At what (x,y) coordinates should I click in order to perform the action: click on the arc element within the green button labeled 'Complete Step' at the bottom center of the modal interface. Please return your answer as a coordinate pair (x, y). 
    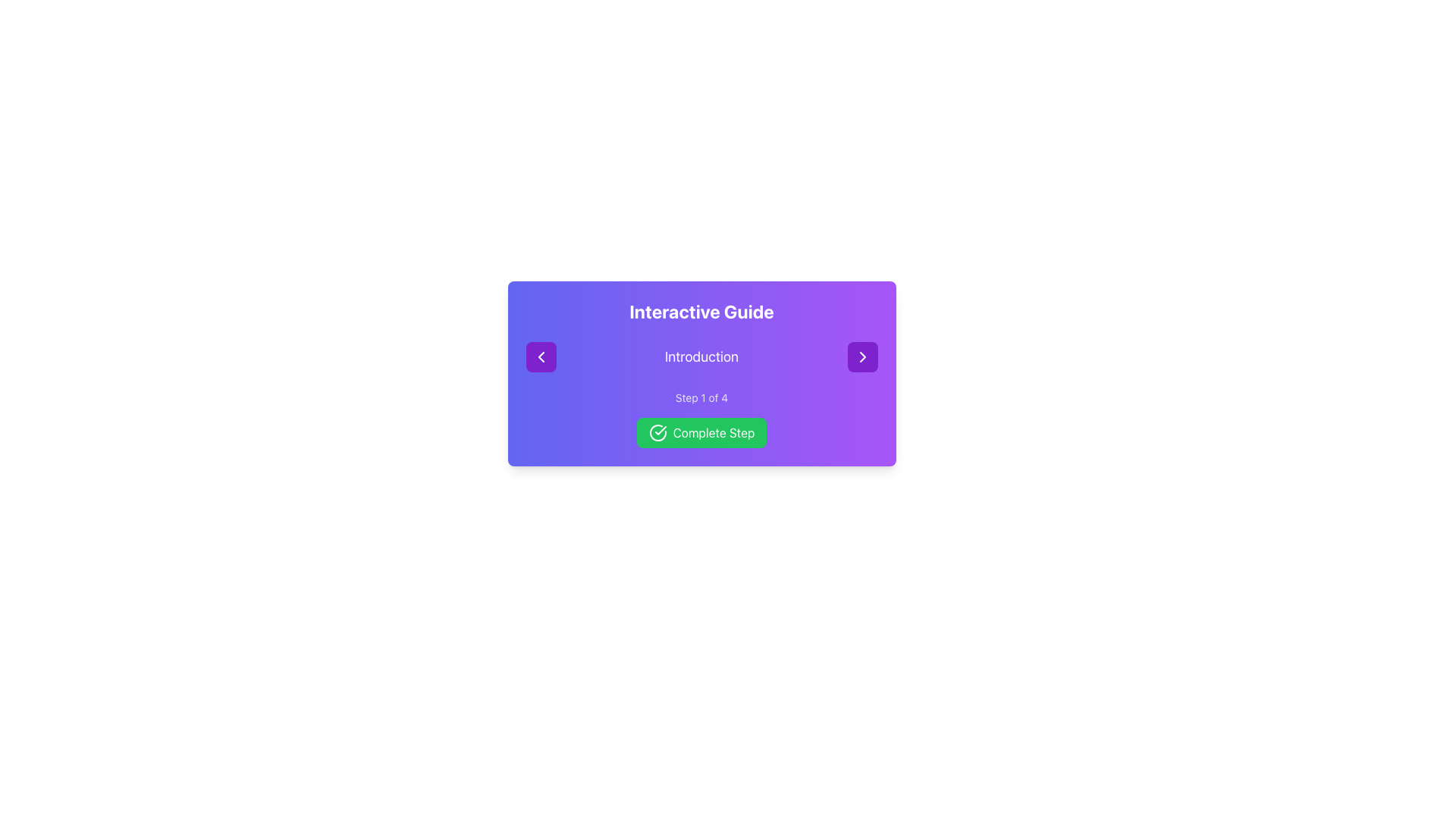
    Looking at the image, I should click on (657, 432).